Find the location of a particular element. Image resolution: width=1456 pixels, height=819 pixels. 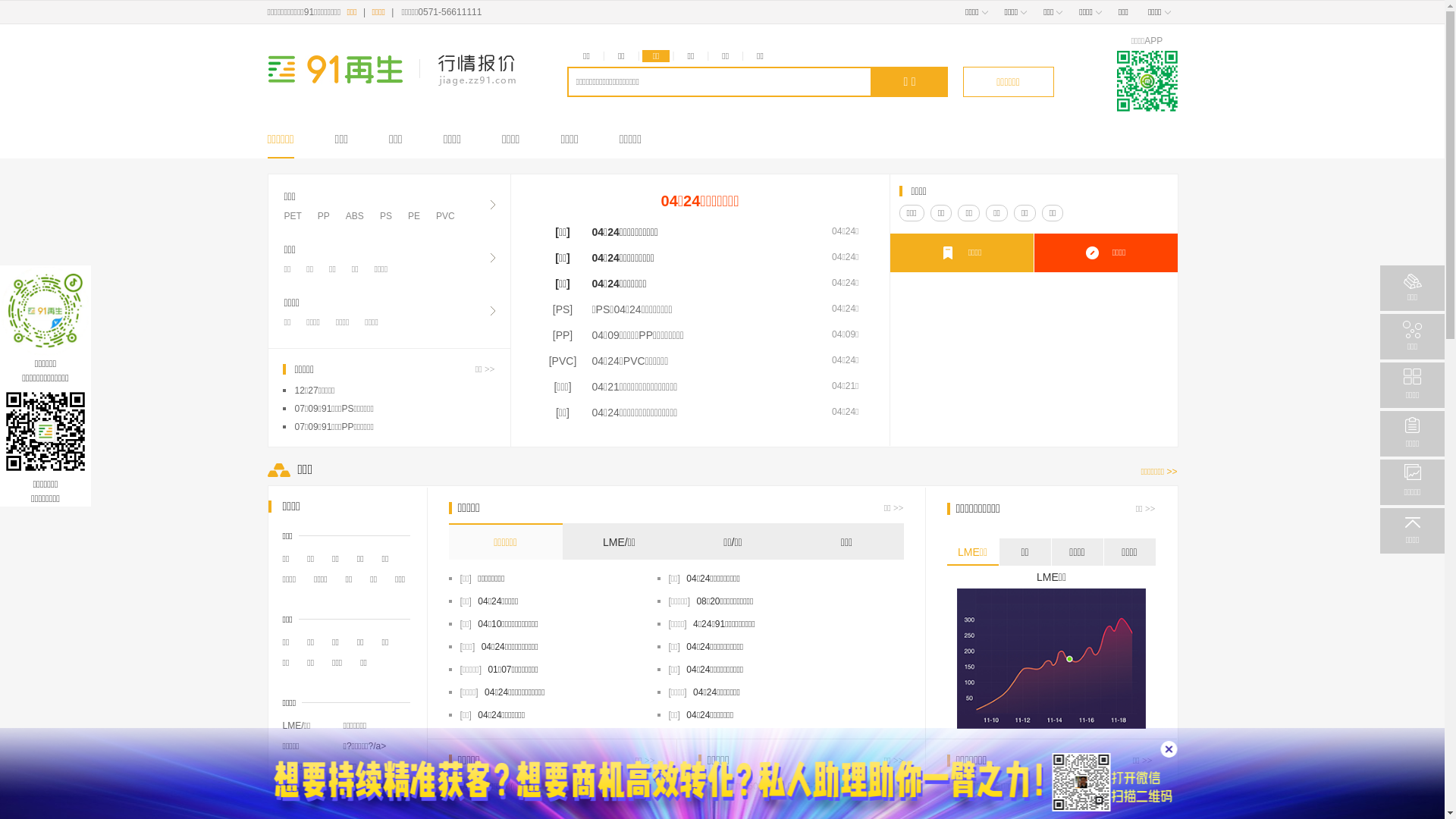

'[PS]' is located at coordinates (541, 309).